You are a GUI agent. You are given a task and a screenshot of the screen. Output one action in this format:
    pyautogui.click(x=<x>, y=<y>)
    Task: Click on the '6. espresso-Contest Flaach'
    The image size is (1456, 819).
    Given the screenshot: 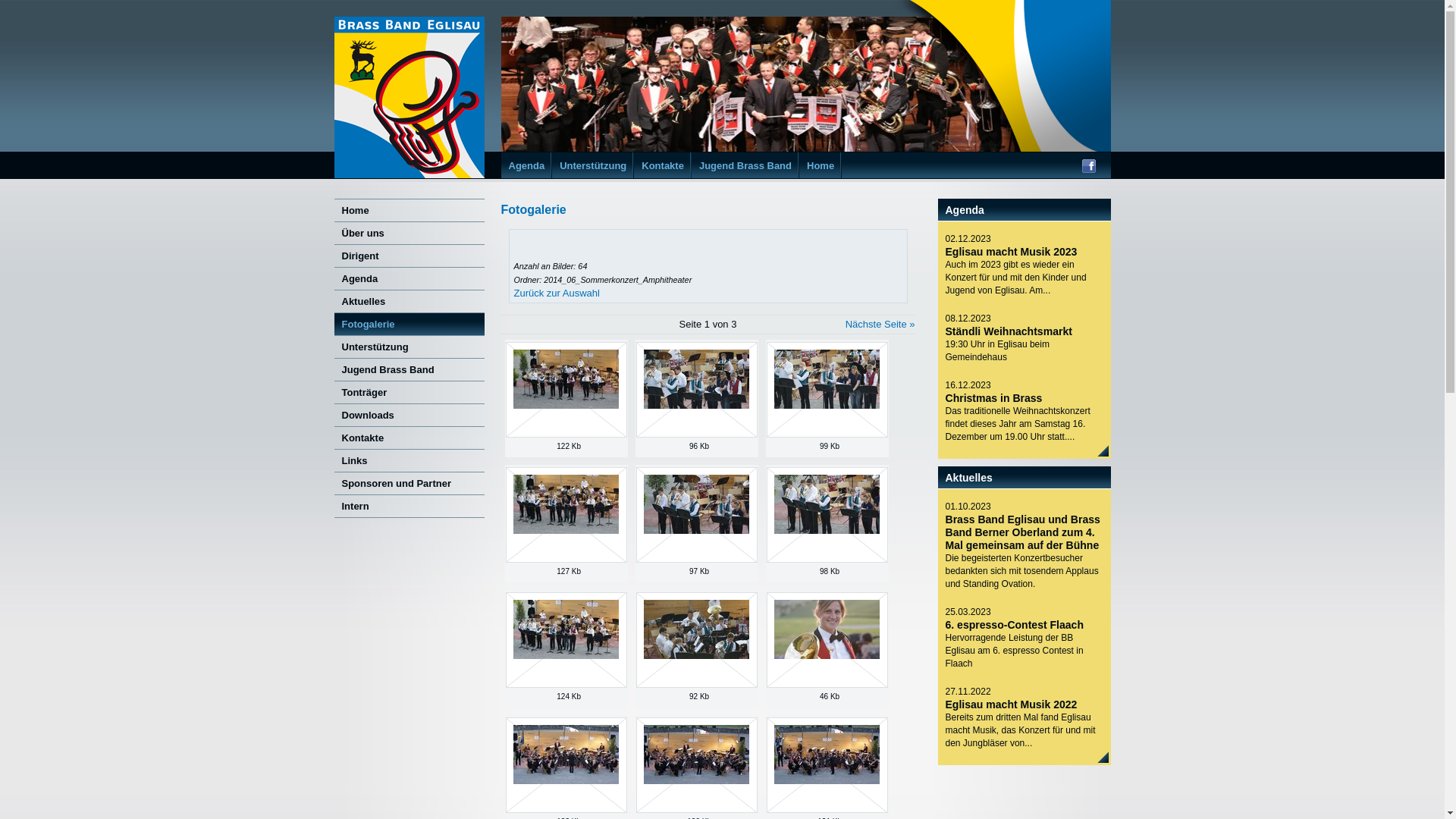 What is the action you would take?
    pyautogui.click(x=1014, y=625)
    